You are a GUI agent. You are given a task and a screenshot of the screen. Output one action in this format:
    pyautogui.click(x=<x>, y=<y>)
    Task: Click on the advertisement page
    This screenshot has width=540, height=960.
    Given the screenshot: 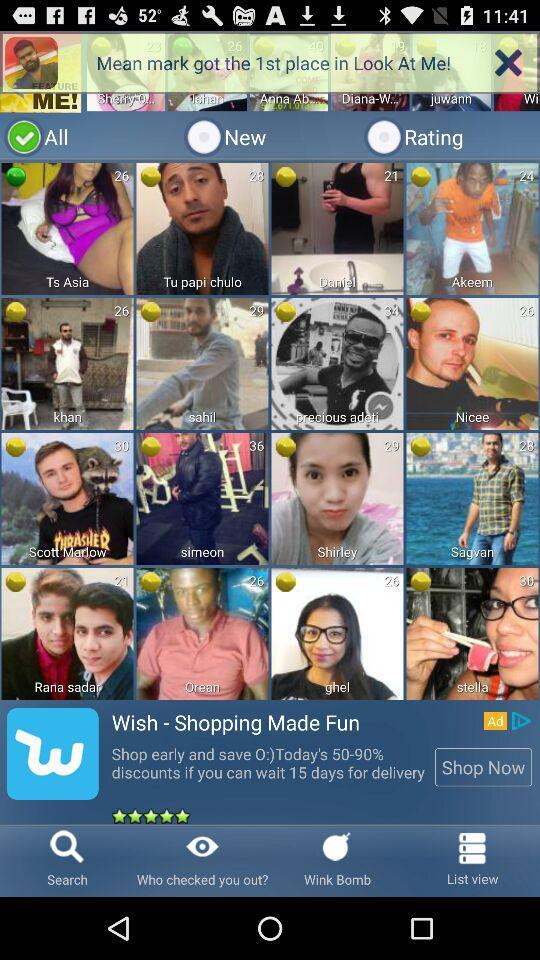 What is the action you would take?
    pyautogui.click(x=270, y=427)
    